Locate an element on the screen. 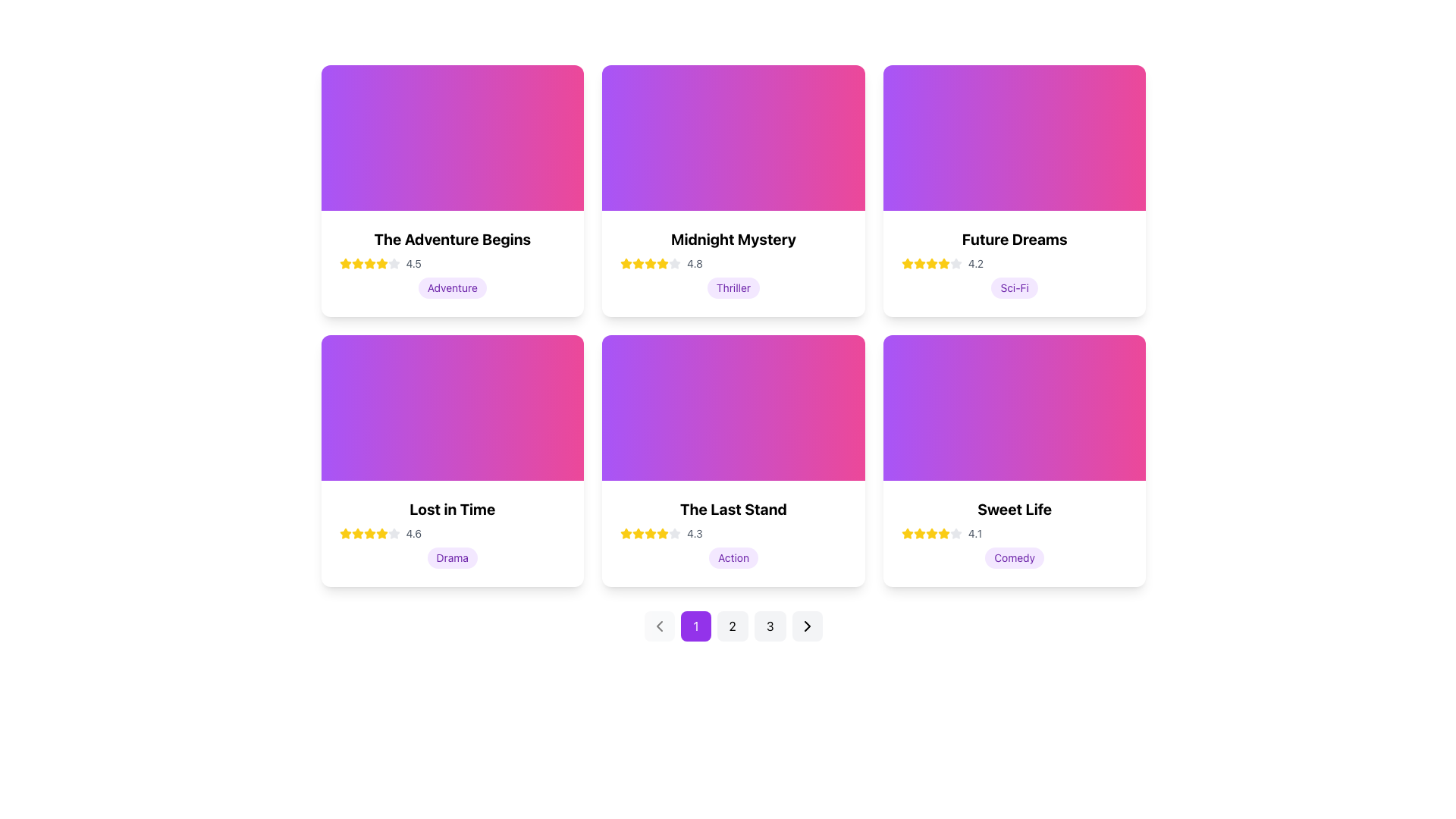 This screenshot has height=819, width=1456. the fourth star in the five-star rating component under the 'Sweet Life' card located in the bottom-right corner of the grid is located at coordinates (943, 532).